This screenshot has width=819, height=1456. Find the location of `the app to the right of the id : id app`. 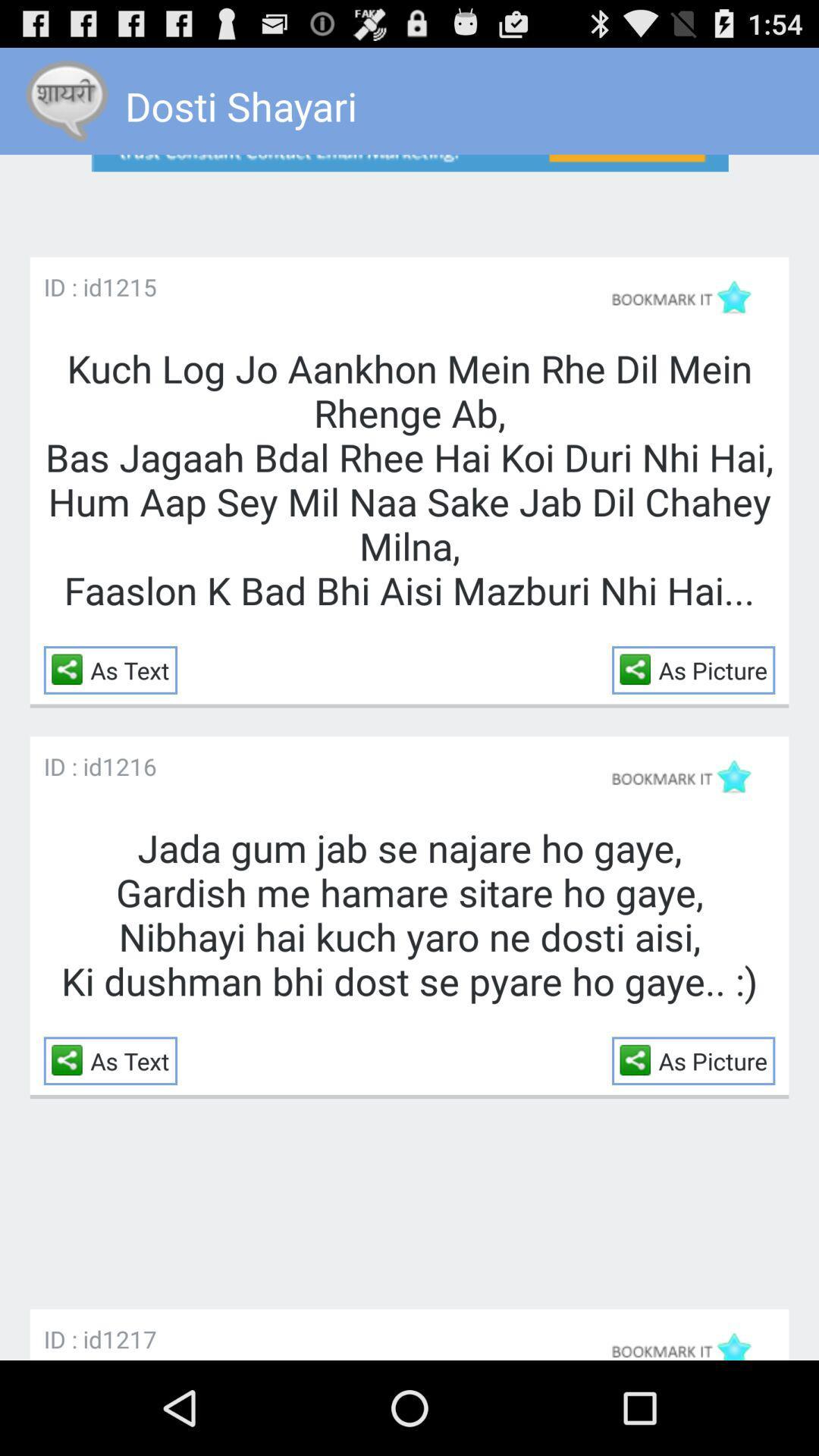

the app to the right of the id : id app is located at coordinates (128, 287).